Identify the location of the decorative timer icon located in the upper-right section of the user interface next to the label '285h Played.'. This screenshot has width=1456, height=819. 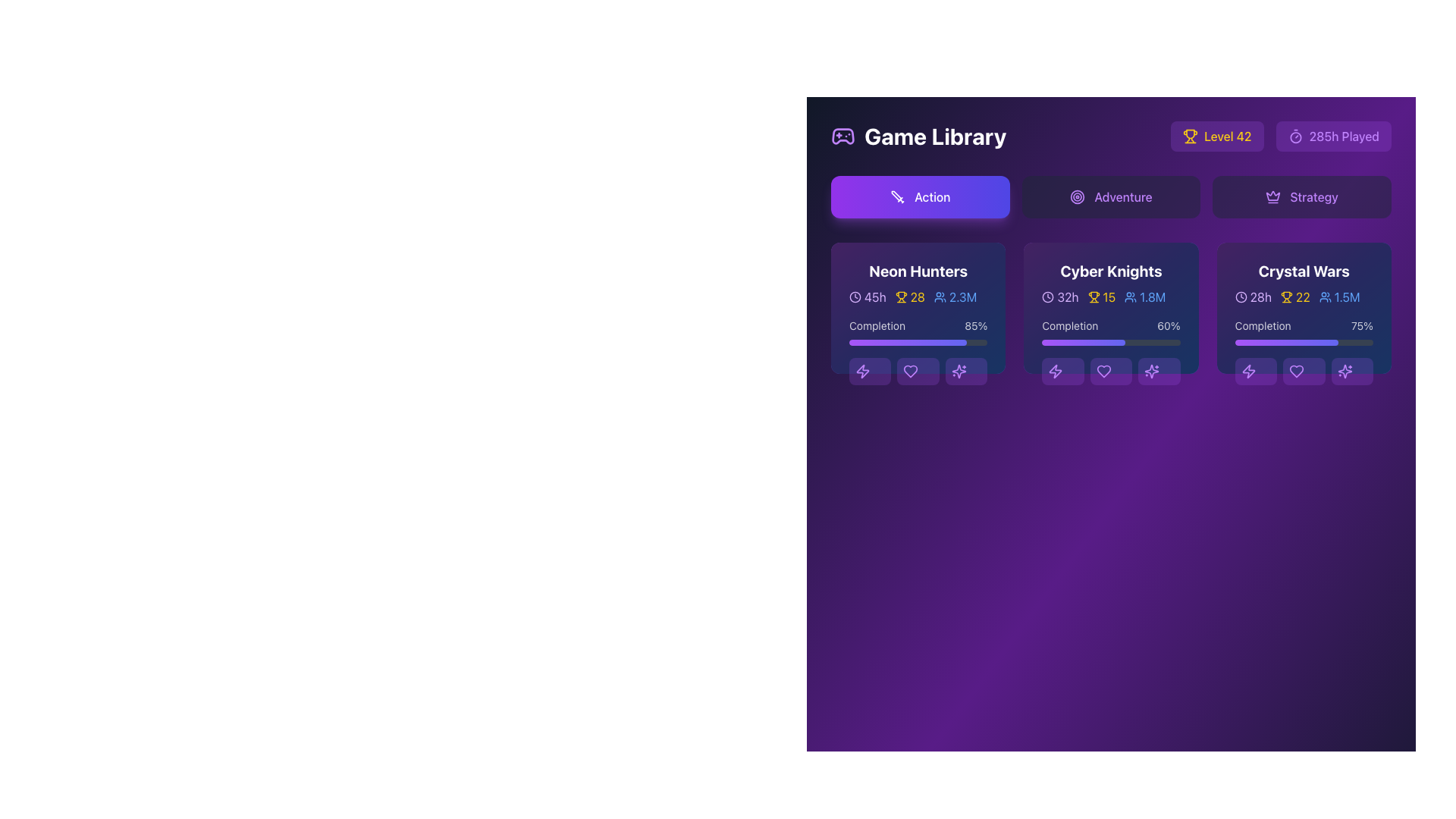
(1294, 137).